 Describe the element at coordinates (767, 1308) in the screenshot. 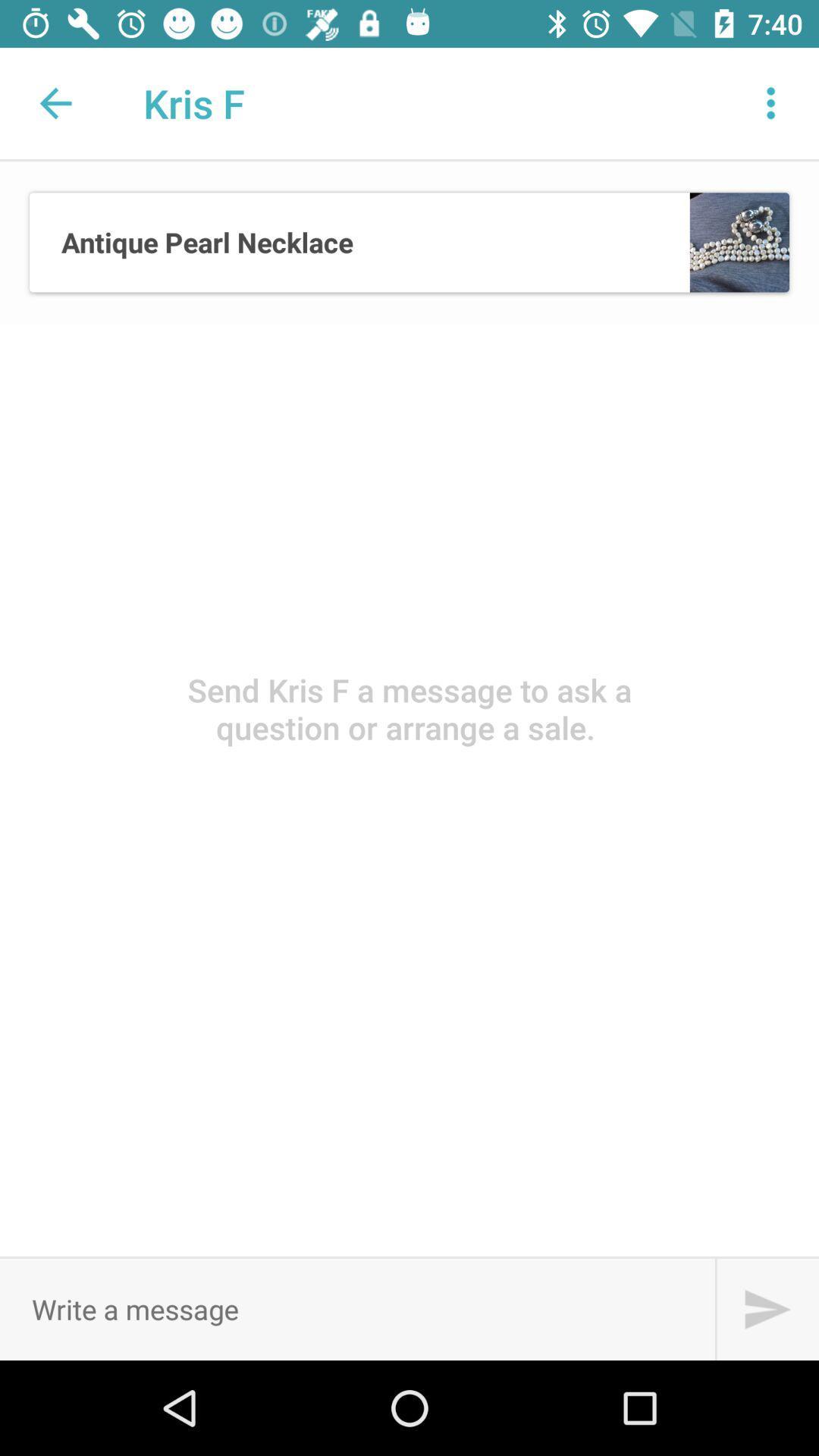

I see `send message` at that location.